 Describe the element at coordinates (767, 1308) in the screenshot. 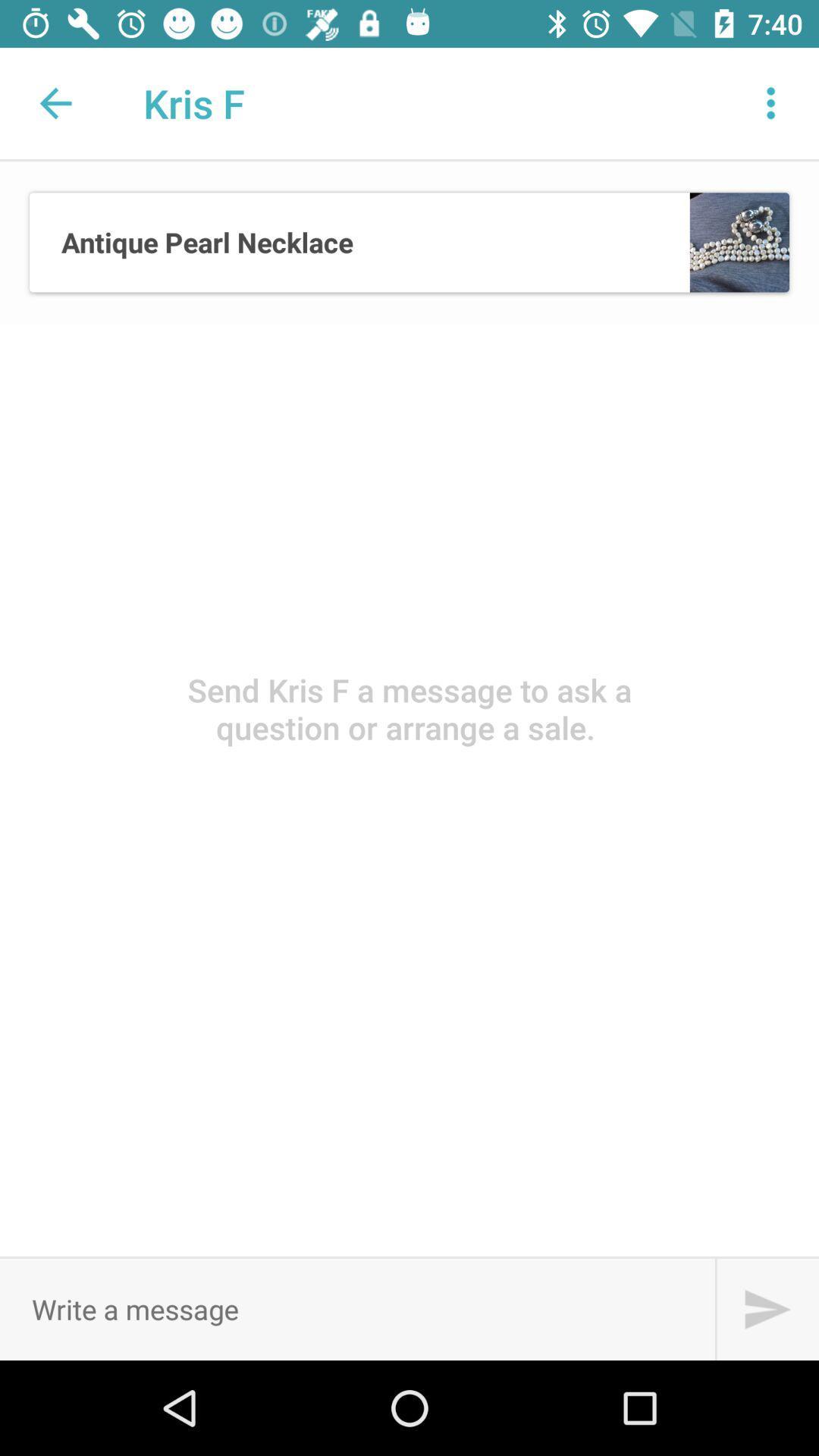

I see `send message` at that location.